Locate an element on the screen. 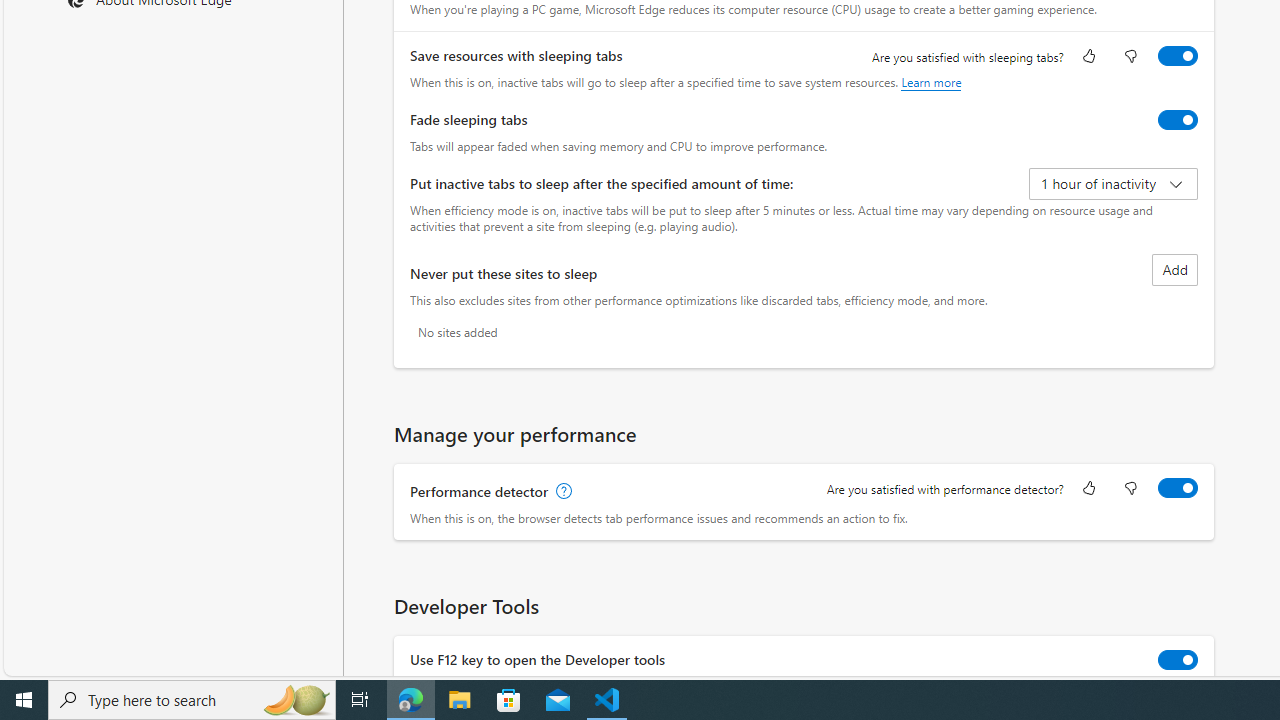 The width and height of the screenshot is (1280, 720). 'Performance detector' is located at coordinates (1178, 488).